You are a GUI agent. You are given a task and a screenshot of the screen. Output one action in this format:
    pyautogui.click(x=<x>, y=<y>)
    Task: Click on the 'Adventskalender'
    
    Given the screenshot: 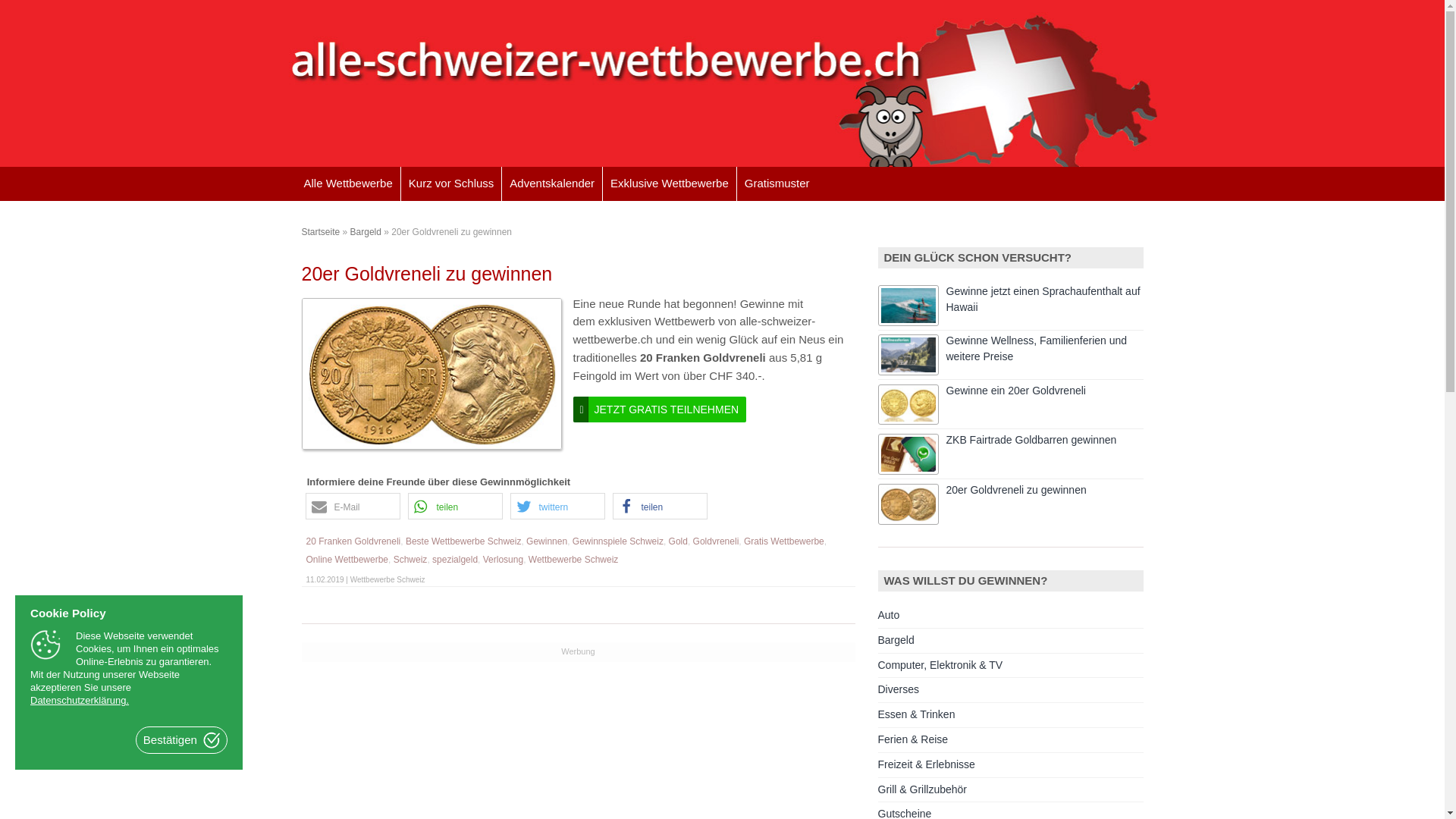 What is the action you would take?
    pyautogui.click(x=551, y=182)
    